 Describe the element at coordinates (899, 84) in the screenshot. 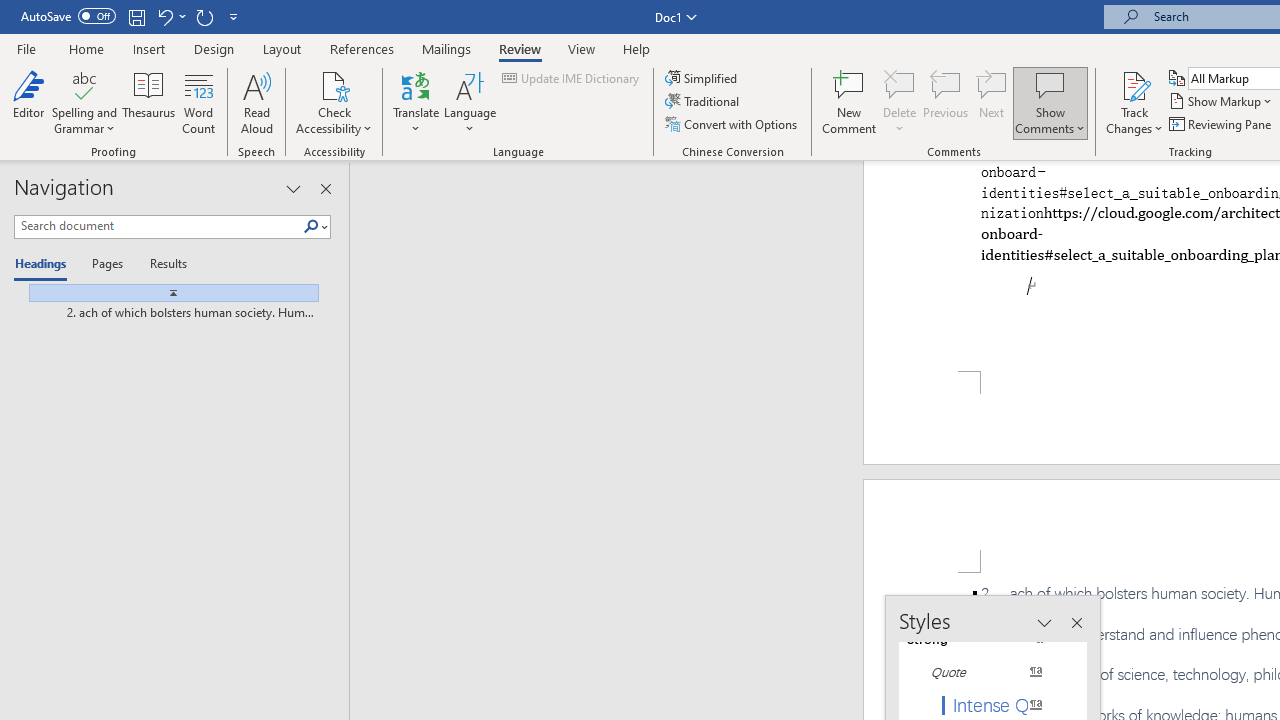

I see `'Delete'` at that location.